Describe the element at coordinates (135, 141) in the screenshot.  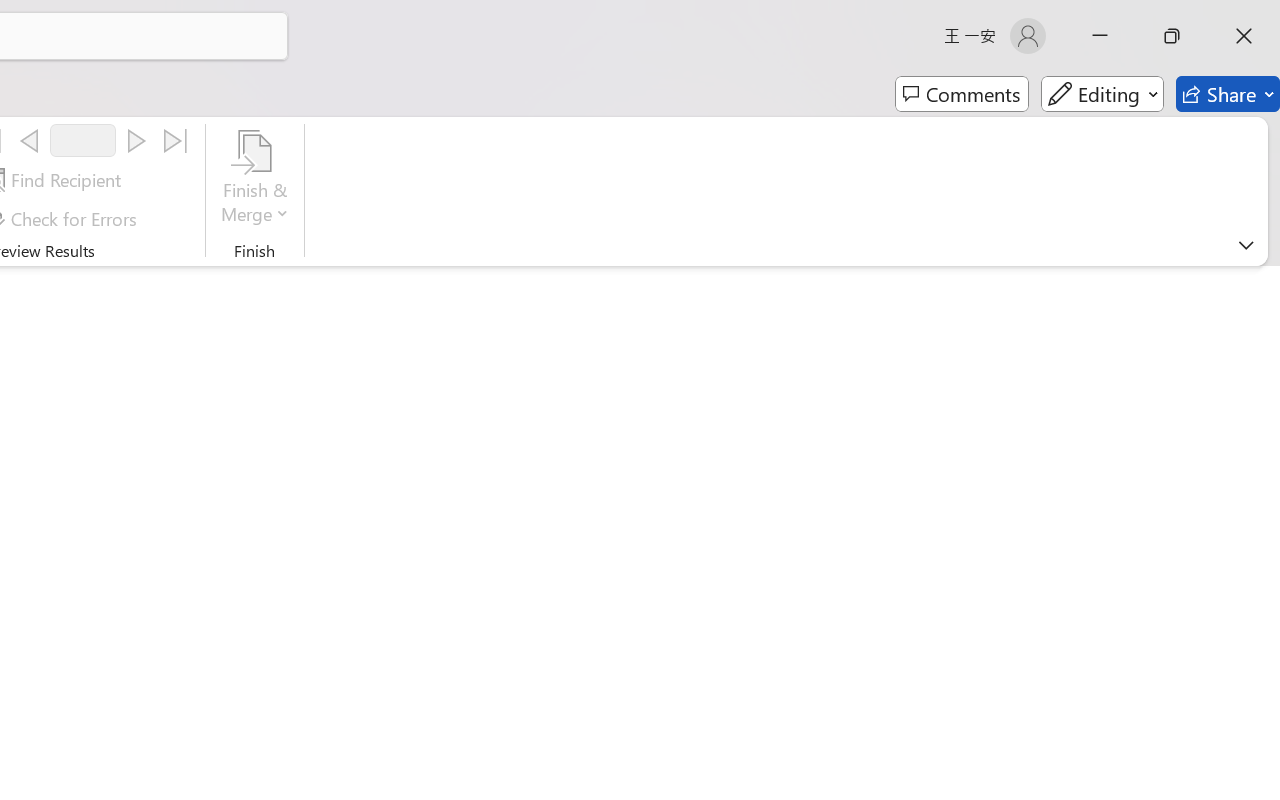
I see `'Next'` at that location.